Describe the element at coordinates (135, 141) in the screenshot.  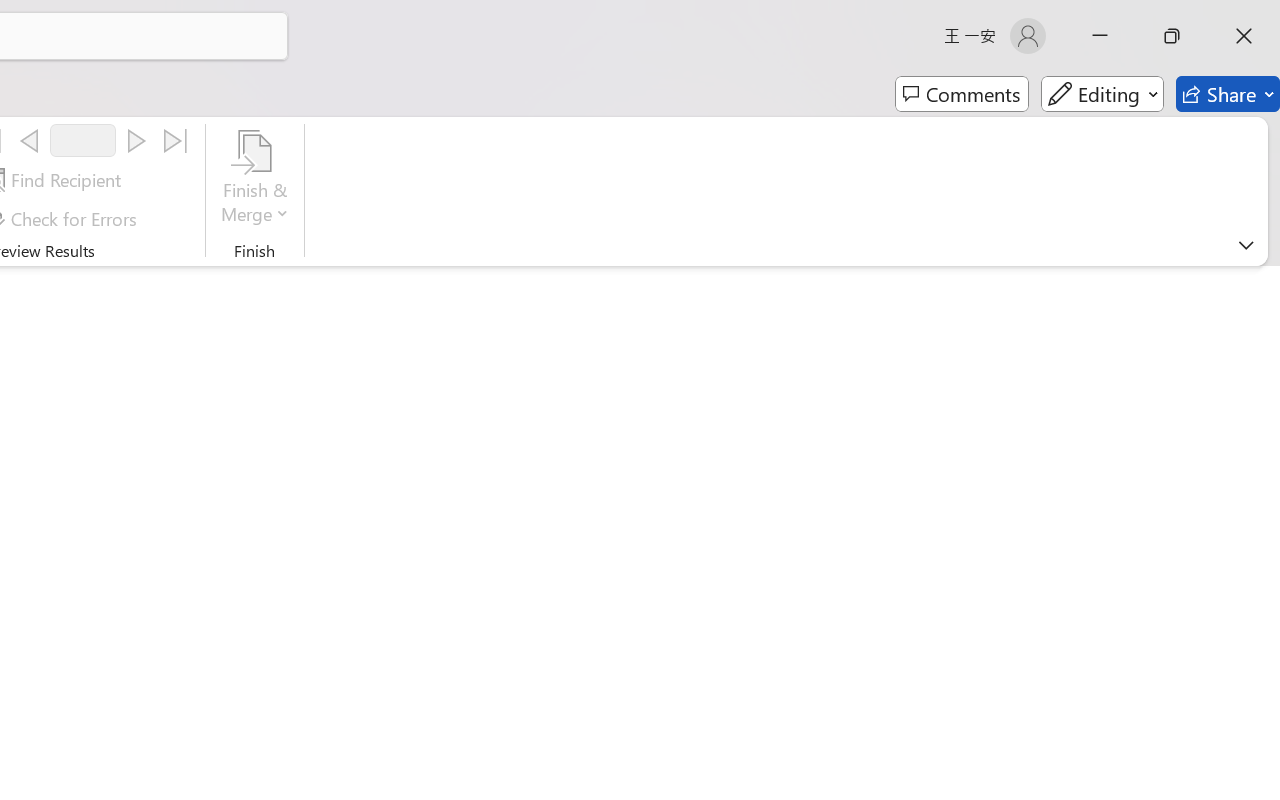
I see `'Next'` at that location.